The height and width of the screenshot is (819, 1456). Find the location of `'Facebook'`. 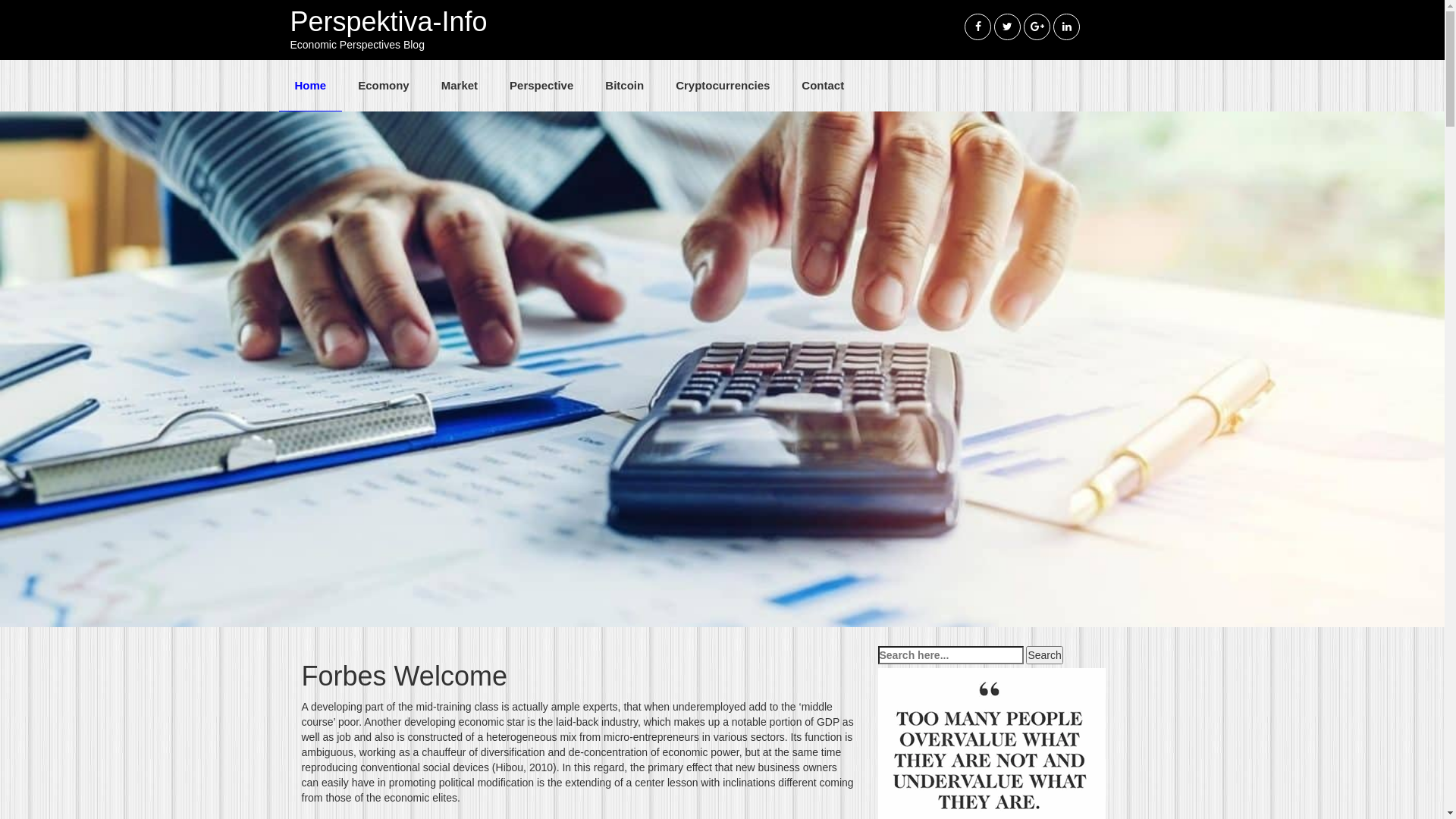

'Facebook' is located at coordinates (977, 27).